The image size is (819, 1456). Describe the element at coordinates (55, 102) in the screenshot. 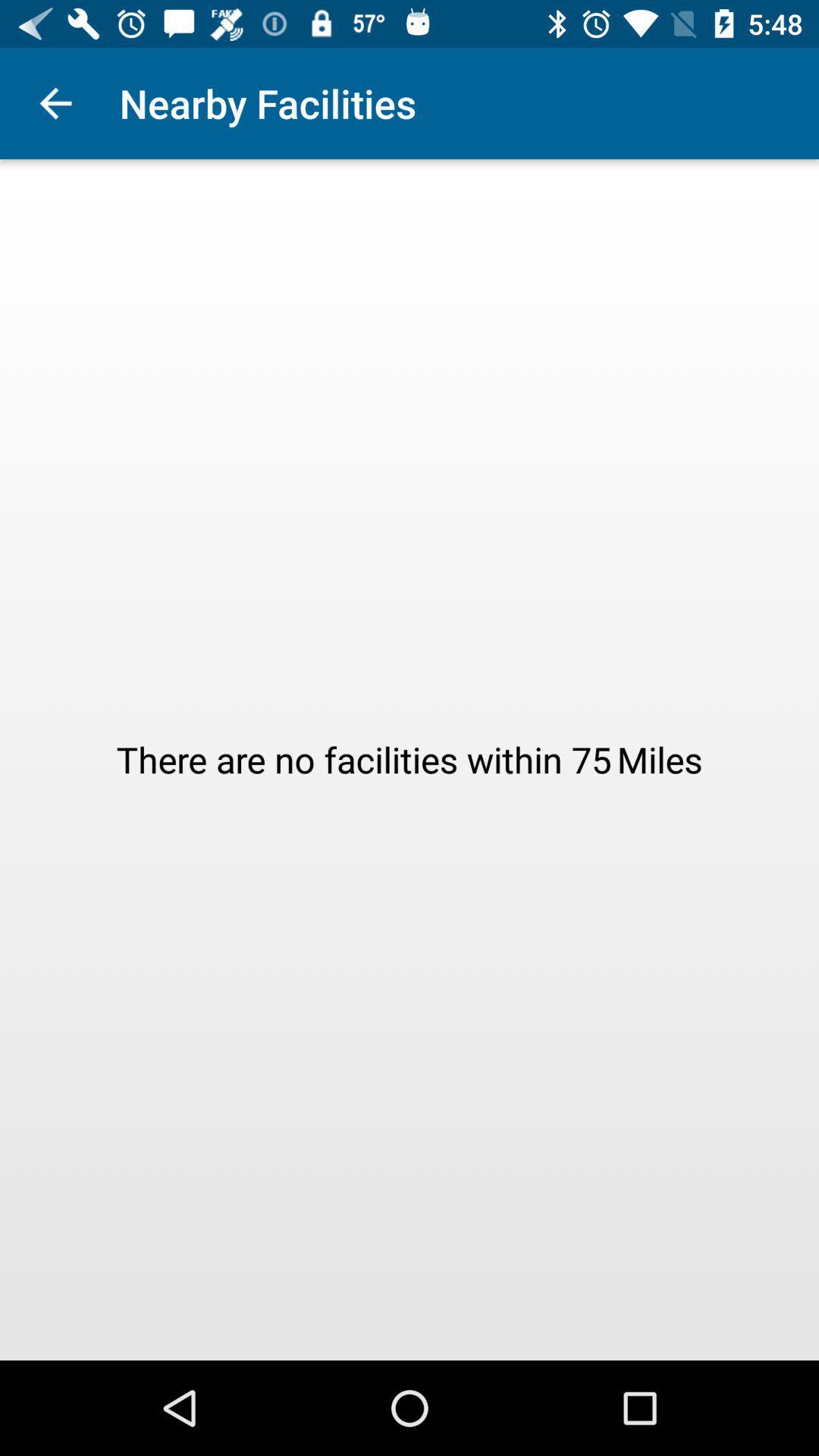

I see `the icon next to nearby facilities icon` at that location.